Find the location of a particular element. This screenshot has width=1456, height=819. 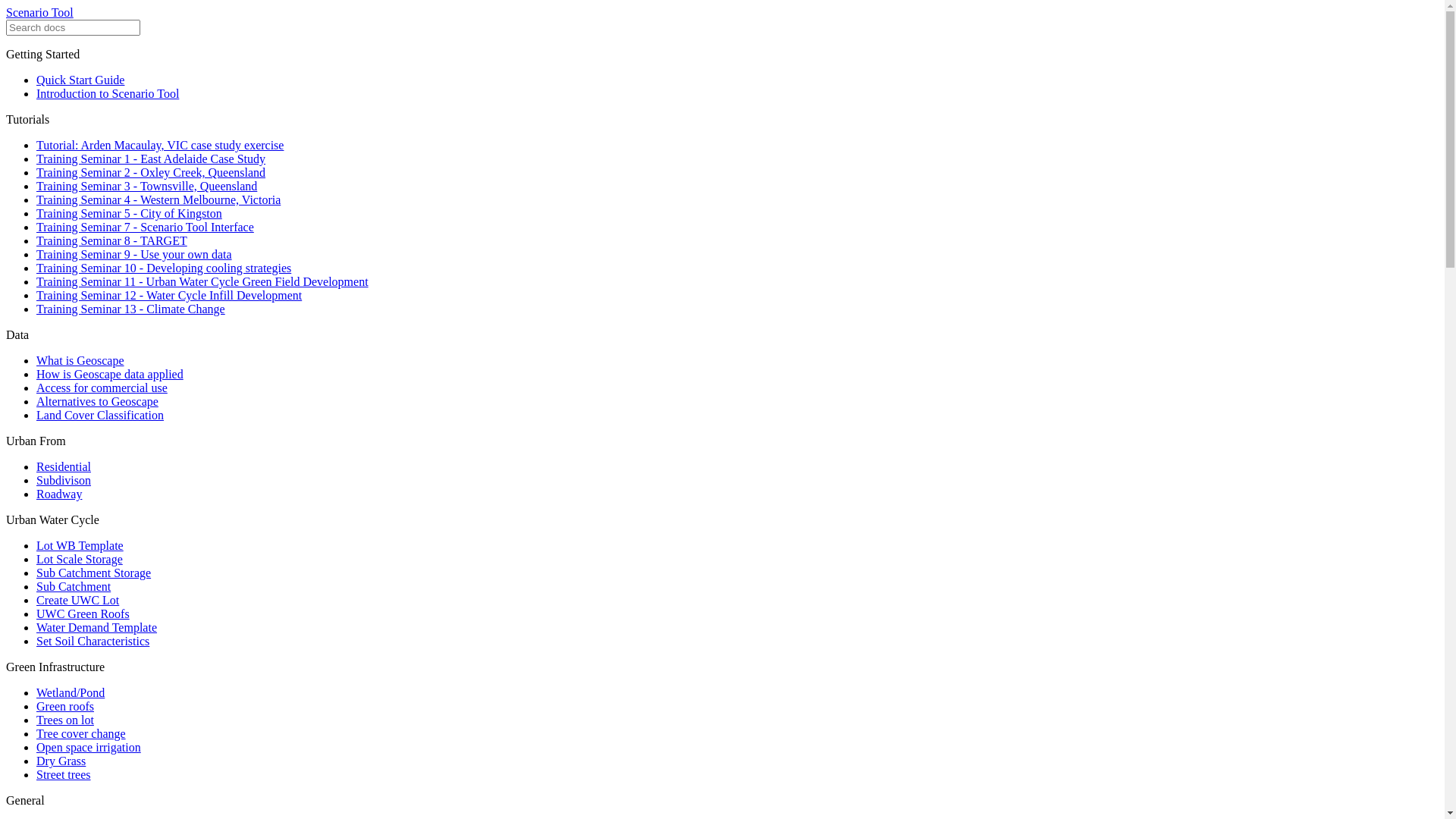

'Introduction to Scenario Tool' is located at coordinates (36, 93).